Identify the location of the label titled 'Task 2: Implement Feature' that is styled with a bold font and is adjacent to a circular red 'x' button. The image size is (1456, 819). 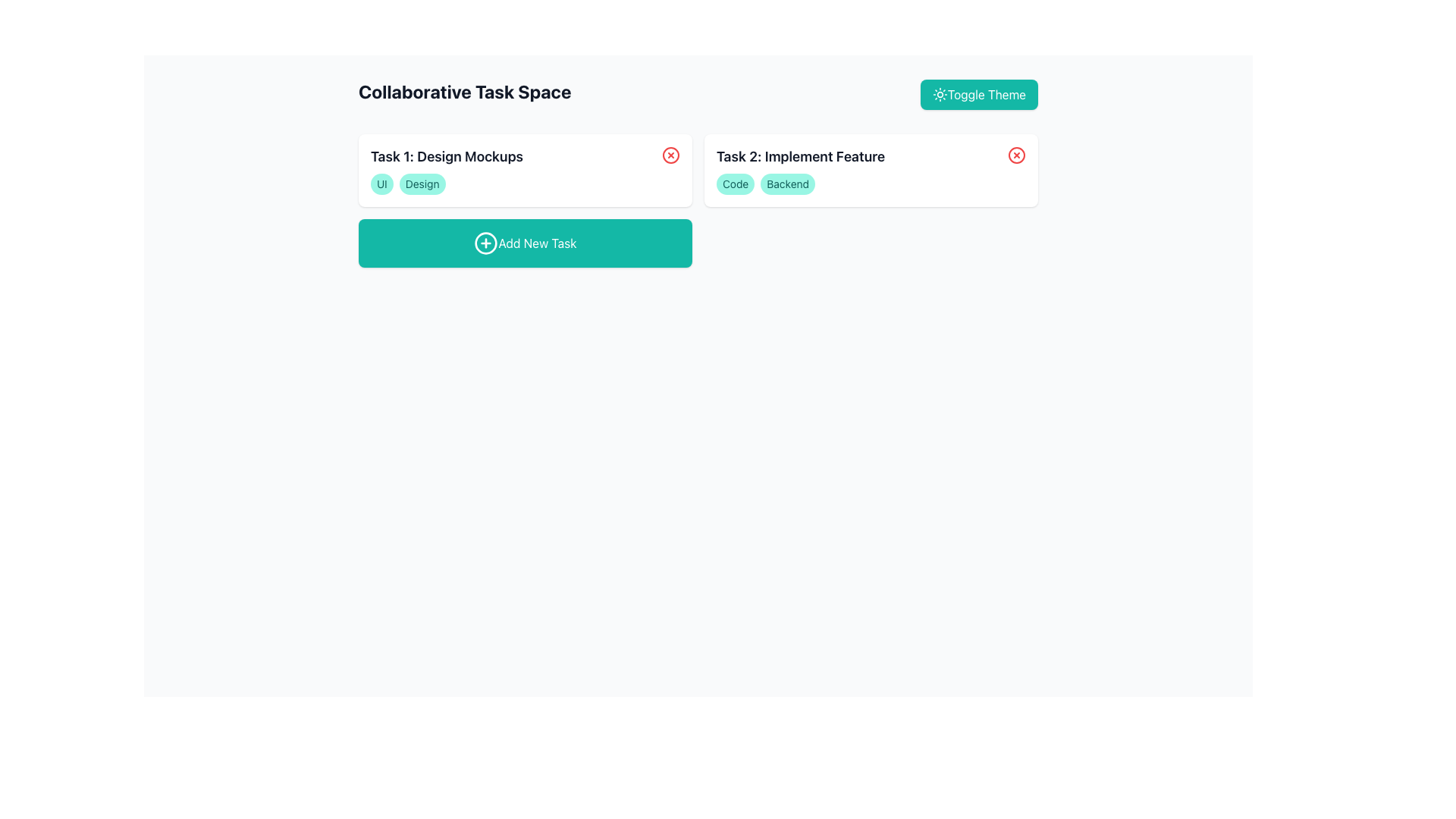
(871, 157).